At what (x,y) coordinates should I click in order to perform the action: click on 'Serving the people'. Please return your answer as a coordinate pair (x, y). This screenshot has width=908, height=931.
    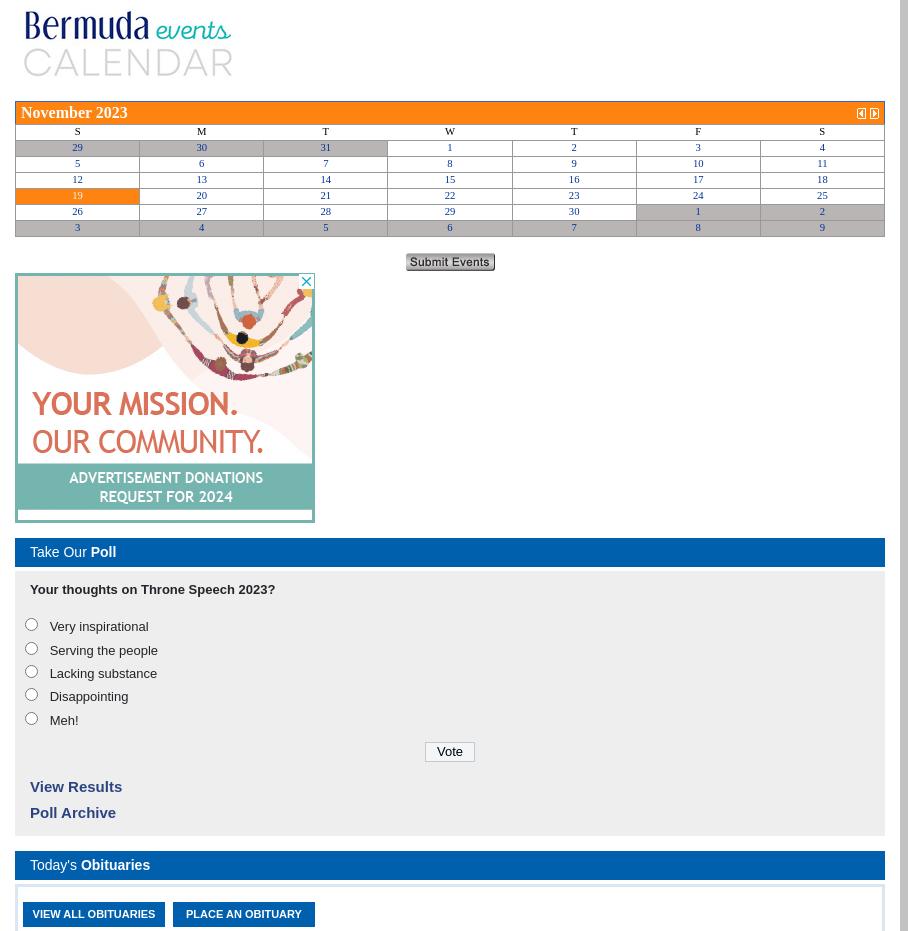
    Looking at the image, I should click on (102, 649).